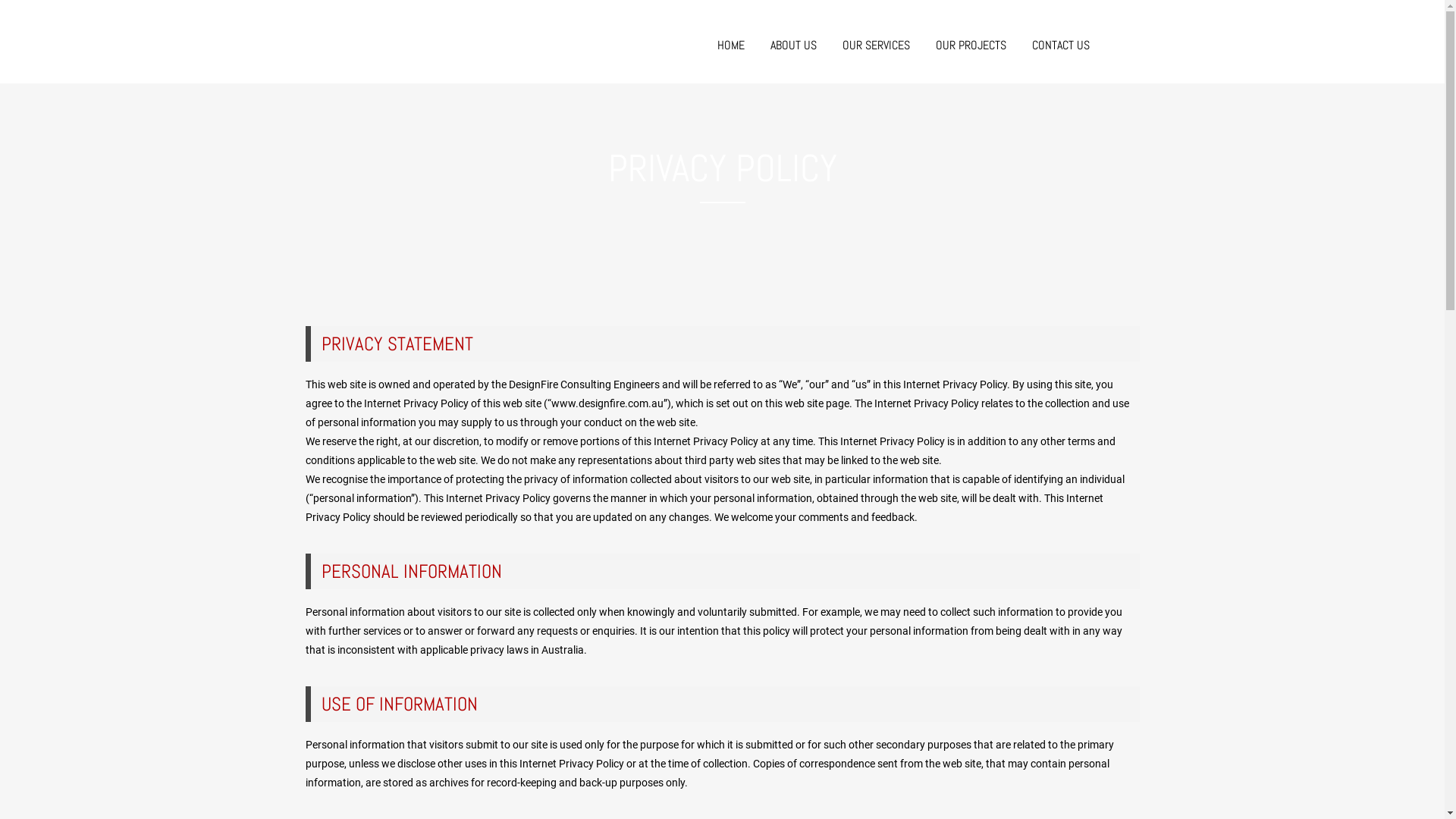  Describe the element at coordinates (971, 45) in the screenshot. I see `'OUR PROJECTS'` at that location.